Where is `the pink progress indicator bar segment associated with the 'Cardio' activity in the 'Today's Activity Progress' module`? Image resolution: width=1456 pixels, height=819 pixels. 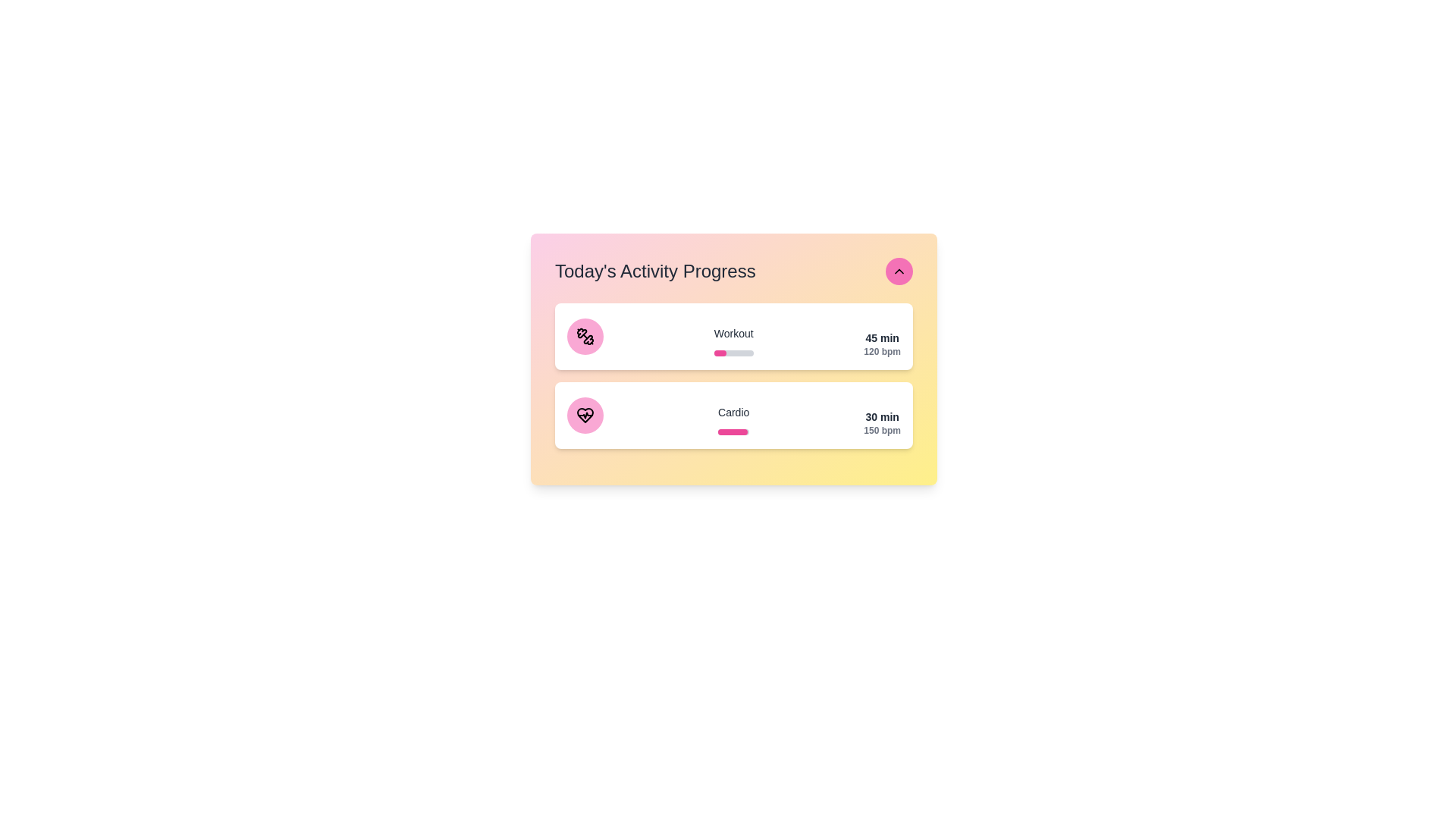
the pink progress indicator bar segment associated with the 'Cardio' activity in the 'Today's Activity Progress' module is located at coordinates (733, 432).